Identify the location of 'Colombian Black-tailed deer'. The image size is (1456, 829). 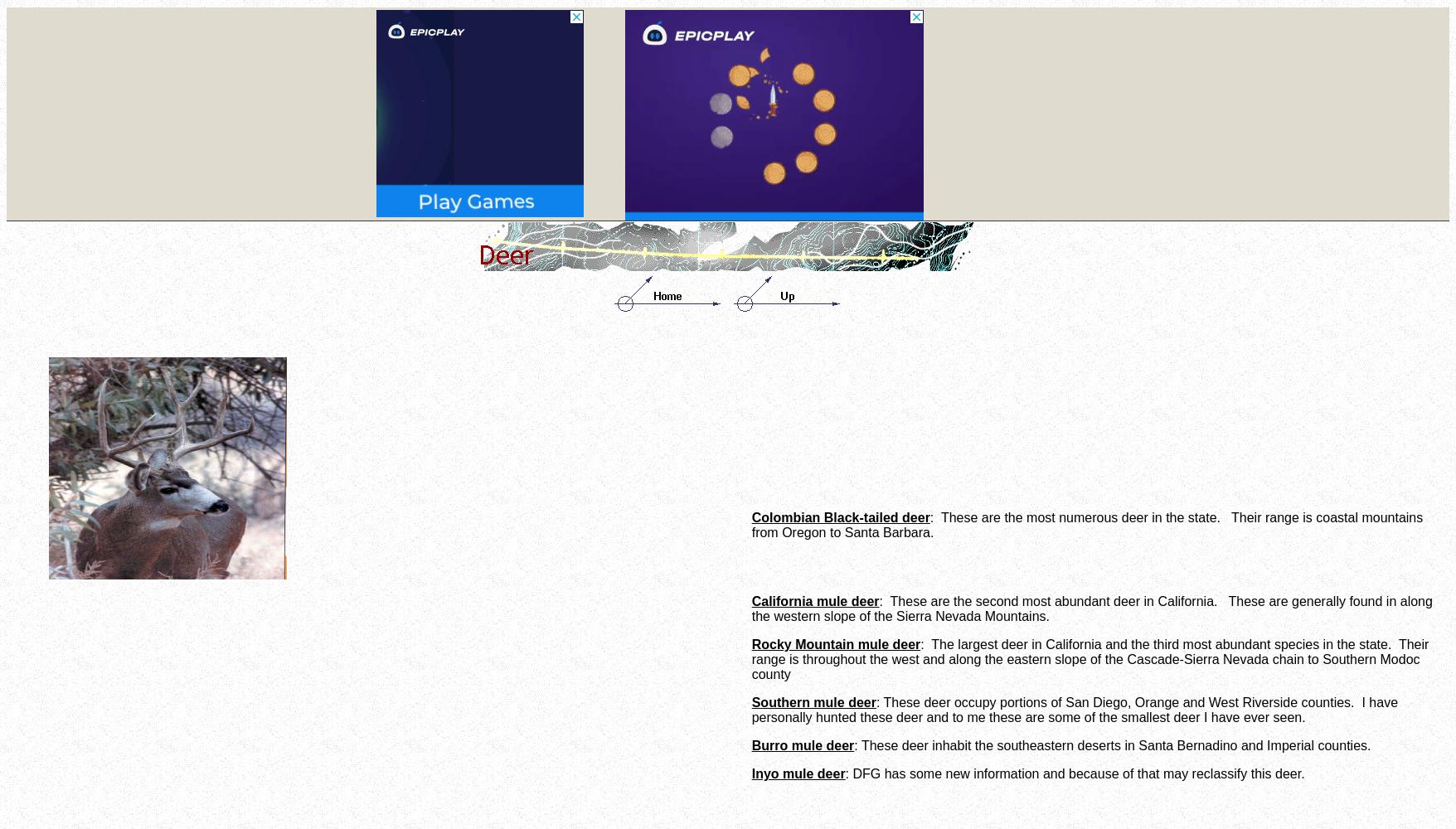
(839, 516).